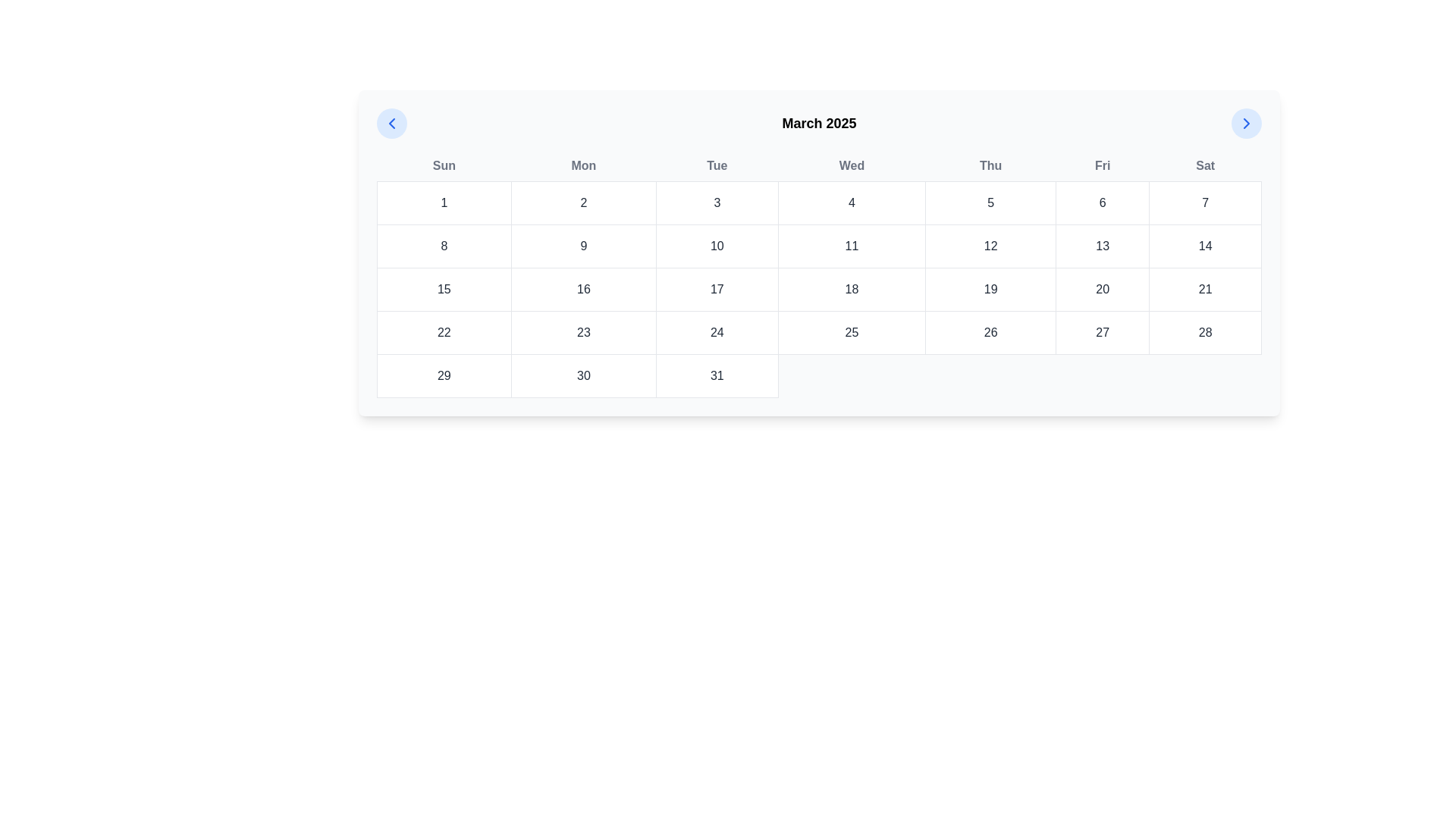 This screenshot has height=819, width=1456. What do you see at coordinates (1103, 332) in the screenshot?
I see `the calendar date cell representing the sixth day in the fourth week of March 2025` at bounding box center [1103, 332].